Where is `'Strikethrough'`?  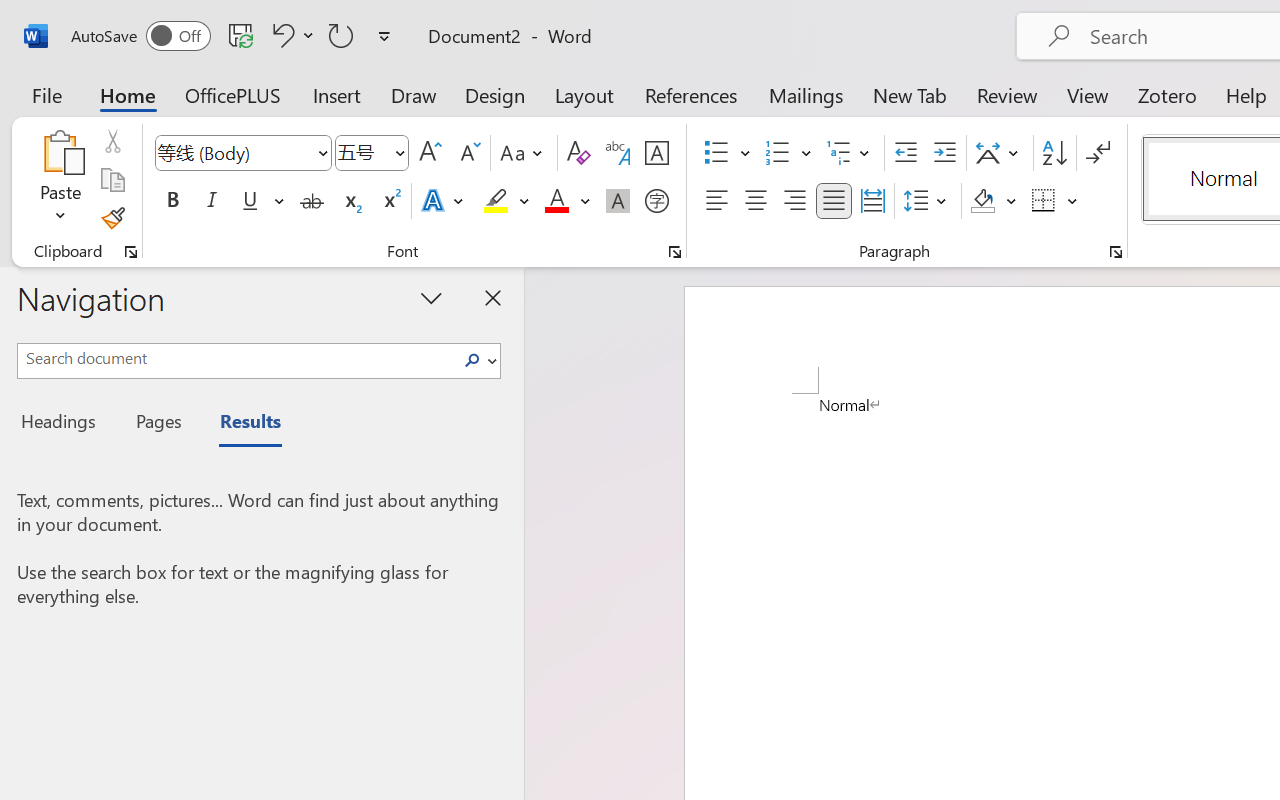
'Strikethrough' is located at coordinates (311, 201).